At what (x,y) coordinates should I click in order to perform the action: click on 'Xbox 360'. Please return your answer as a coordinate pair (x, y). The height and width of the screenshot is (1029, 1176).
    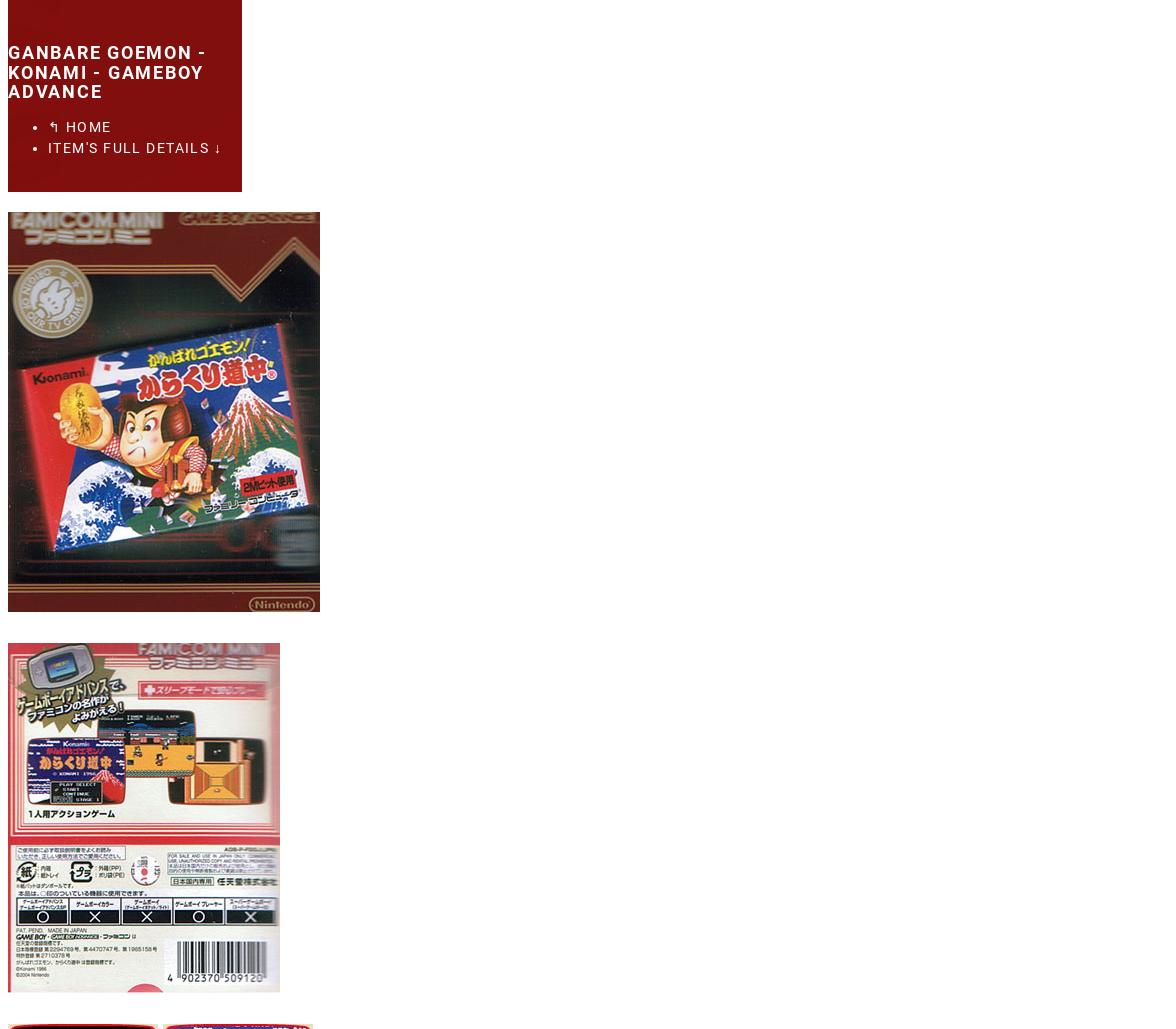
    Looking at the image, I should click on (109, 980).